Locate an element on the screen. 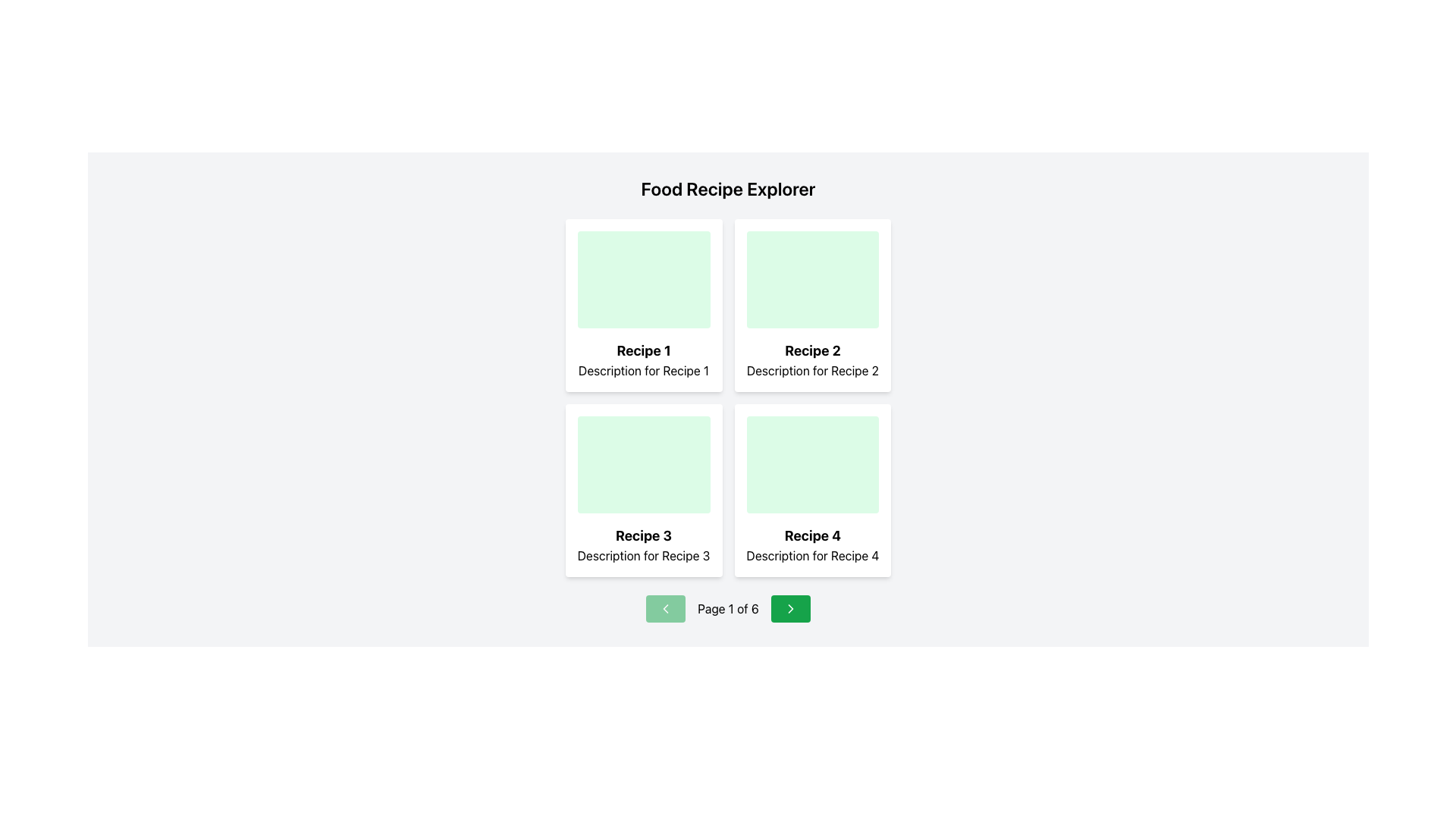  the green button with a rightward chevron icon located at the bottom-right corner of the 'Page 1 of 6' component is located at coordinates (789, 607).